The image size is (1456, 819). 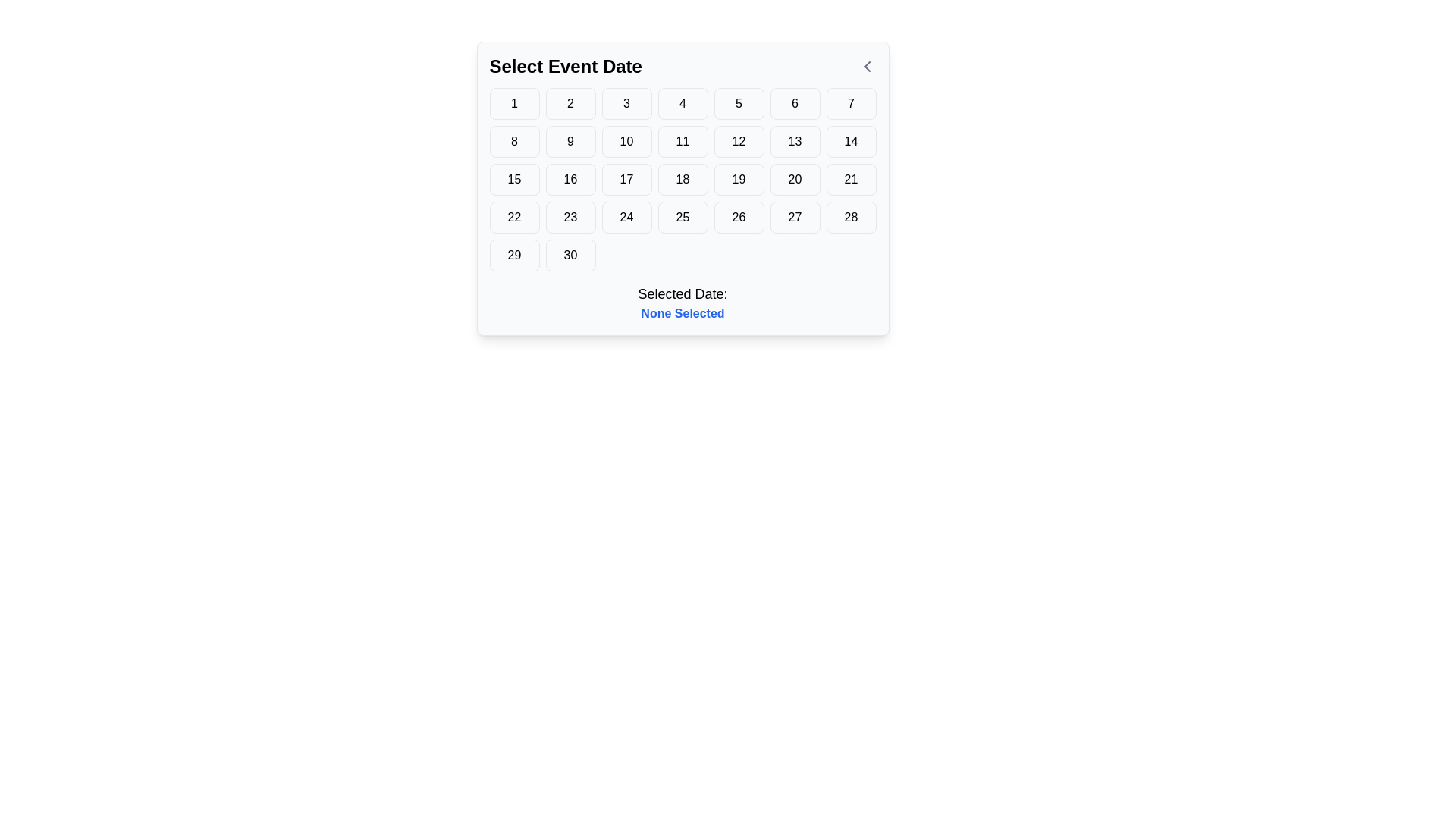 What do you see at coordinates (626, 217) in the screenshot?
I see `the selectable date button representing the 24th day in the calendar view` at bounding box center [626, 217].